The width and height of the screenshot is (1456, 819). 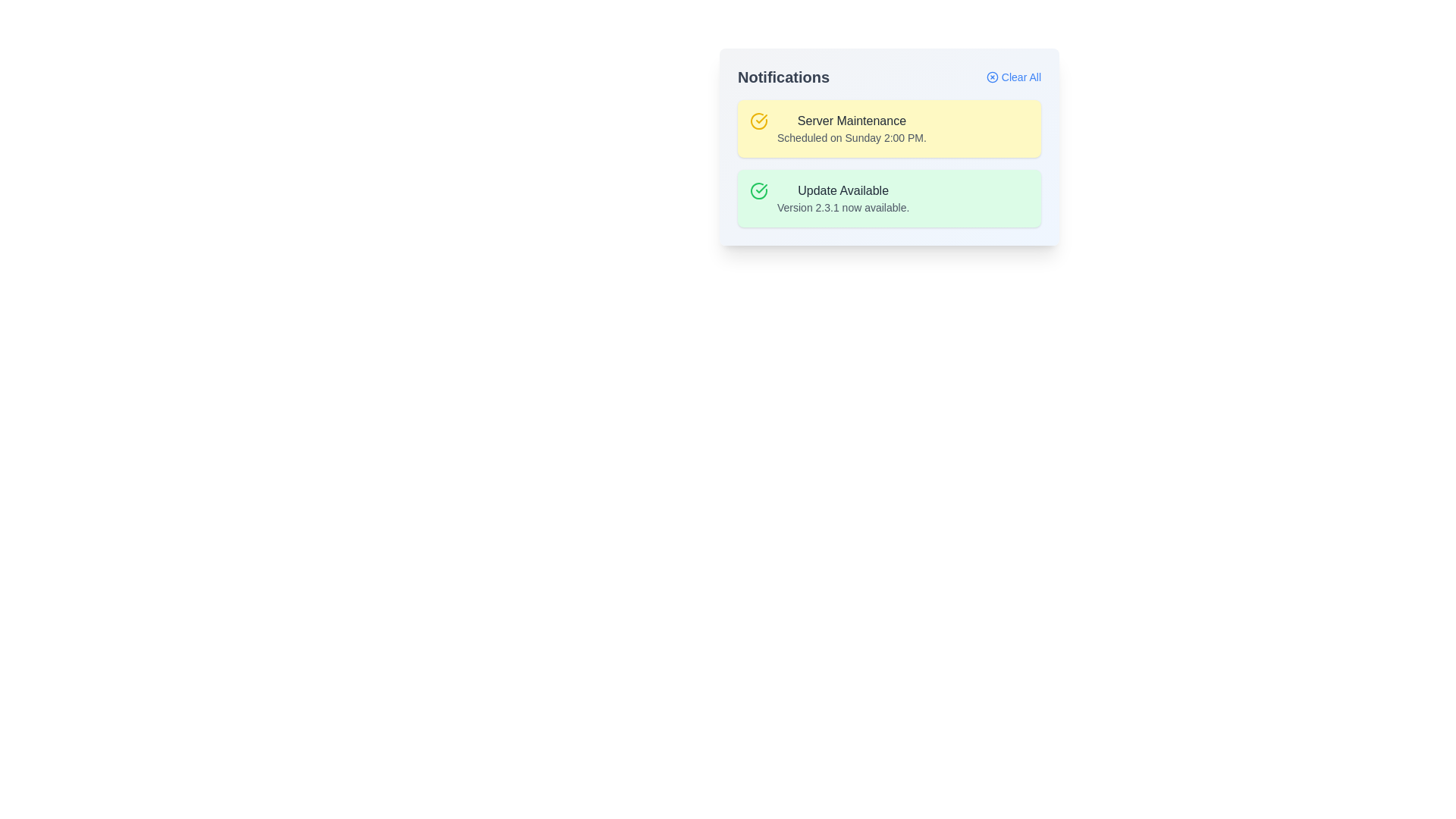 What do you see at coordinates (852, 120) in the screenshot?
I see `contents of the text label displaying 'Server Maintenance' located in the upper-left area of the yellow notification box` at bounding box center [852, 120].